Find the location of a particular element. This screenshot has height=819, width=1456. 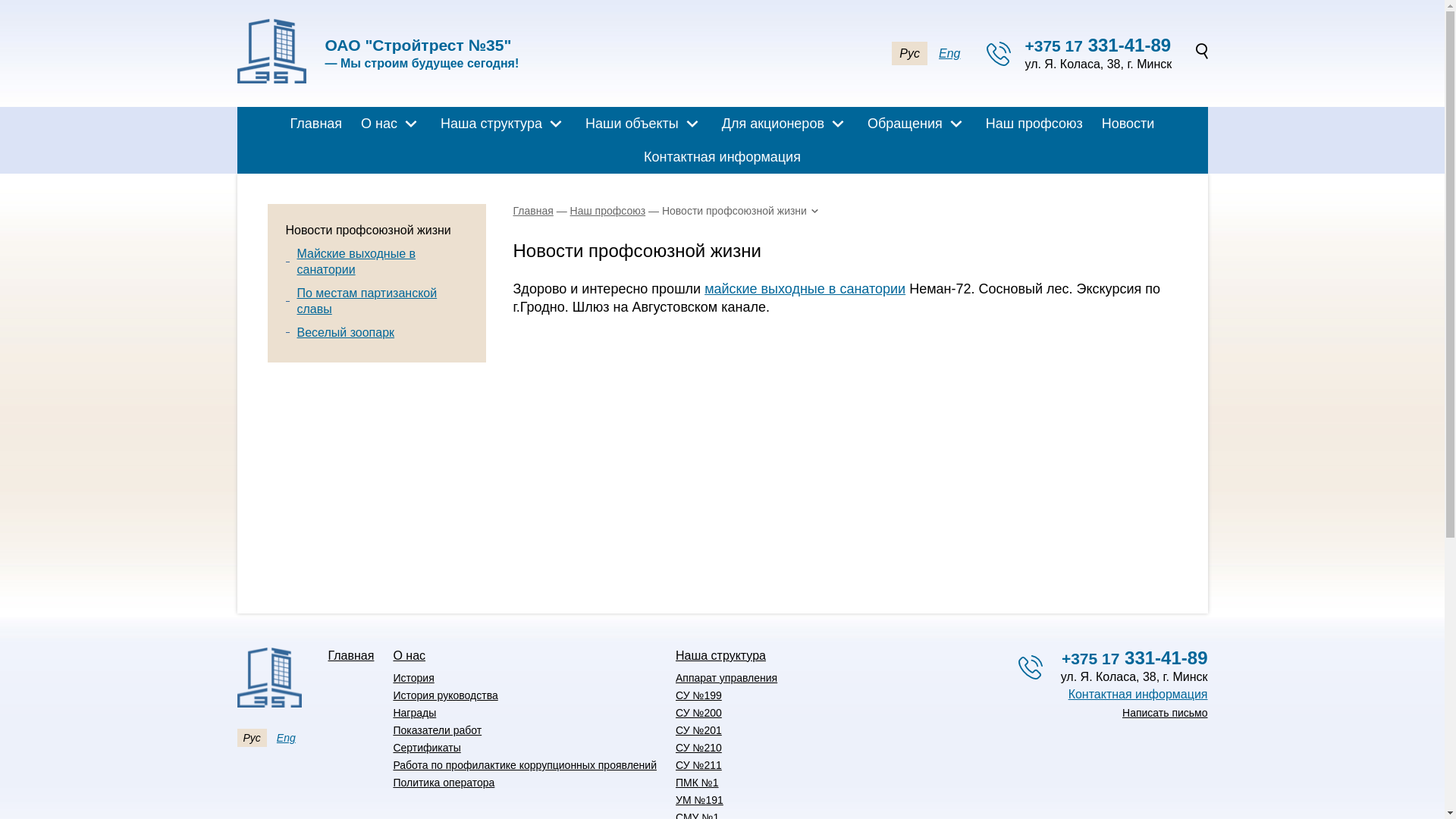

'Eng' is located at coordinates (949, 52).